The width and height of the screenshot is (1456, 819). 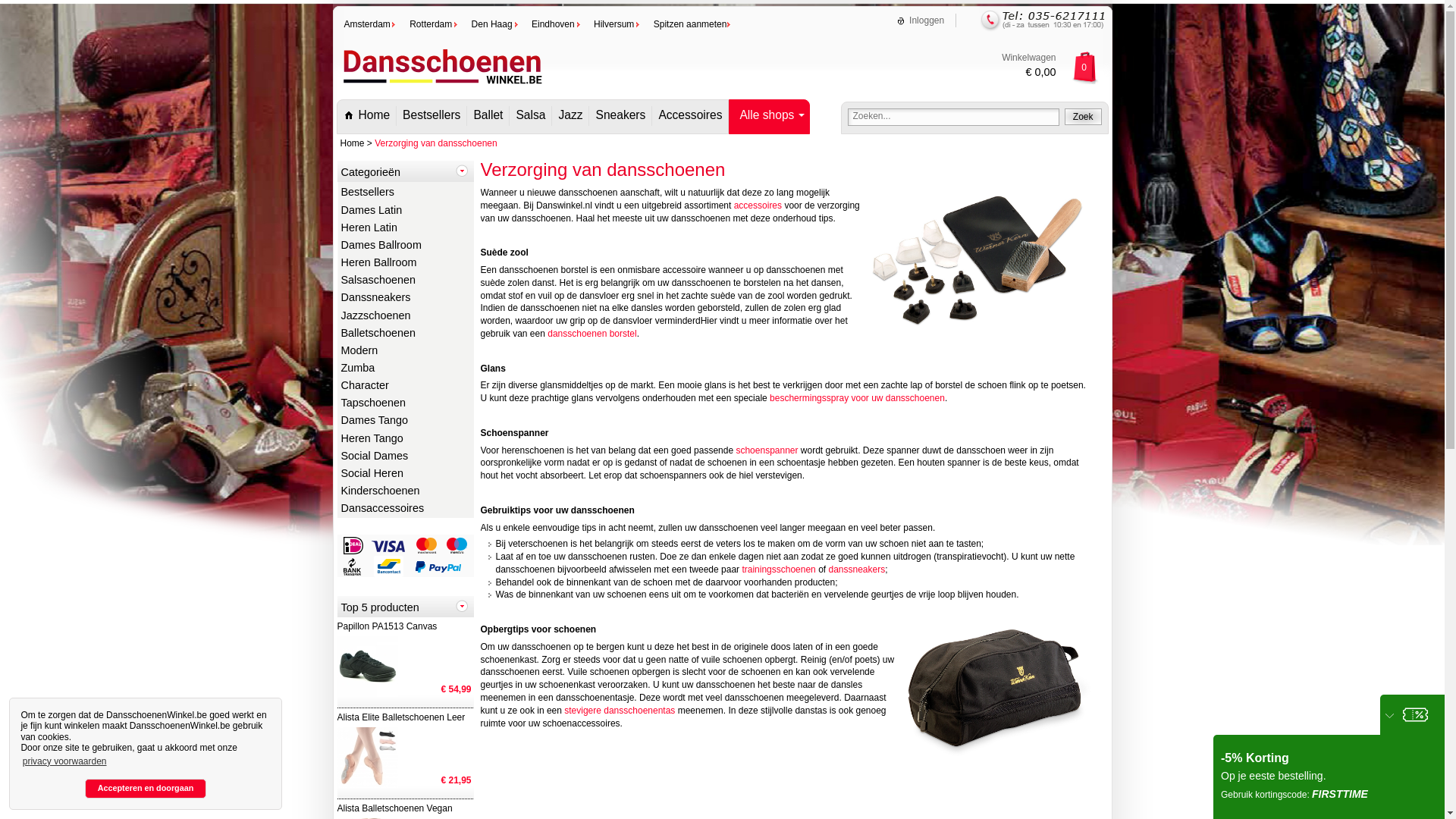 I want to click on 'Zoek', so click(x=1082, y=116).